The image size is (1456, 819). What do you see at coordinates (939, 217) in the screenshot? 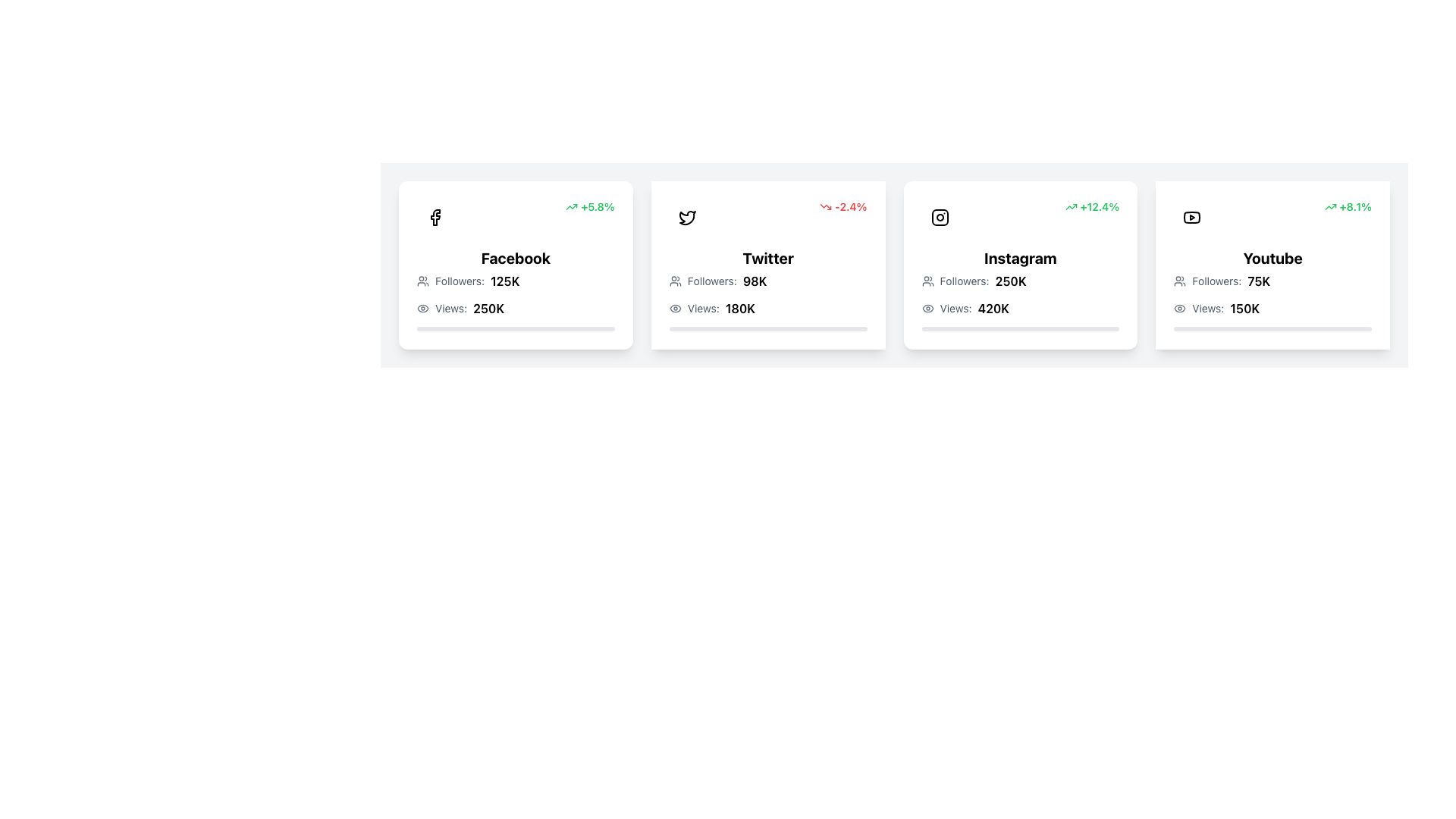
I see `the Instagram icon located on the third card in a horizontal sequence of four cards, which visually represents the Instagram social media platform` at bounding box center [939, 217].